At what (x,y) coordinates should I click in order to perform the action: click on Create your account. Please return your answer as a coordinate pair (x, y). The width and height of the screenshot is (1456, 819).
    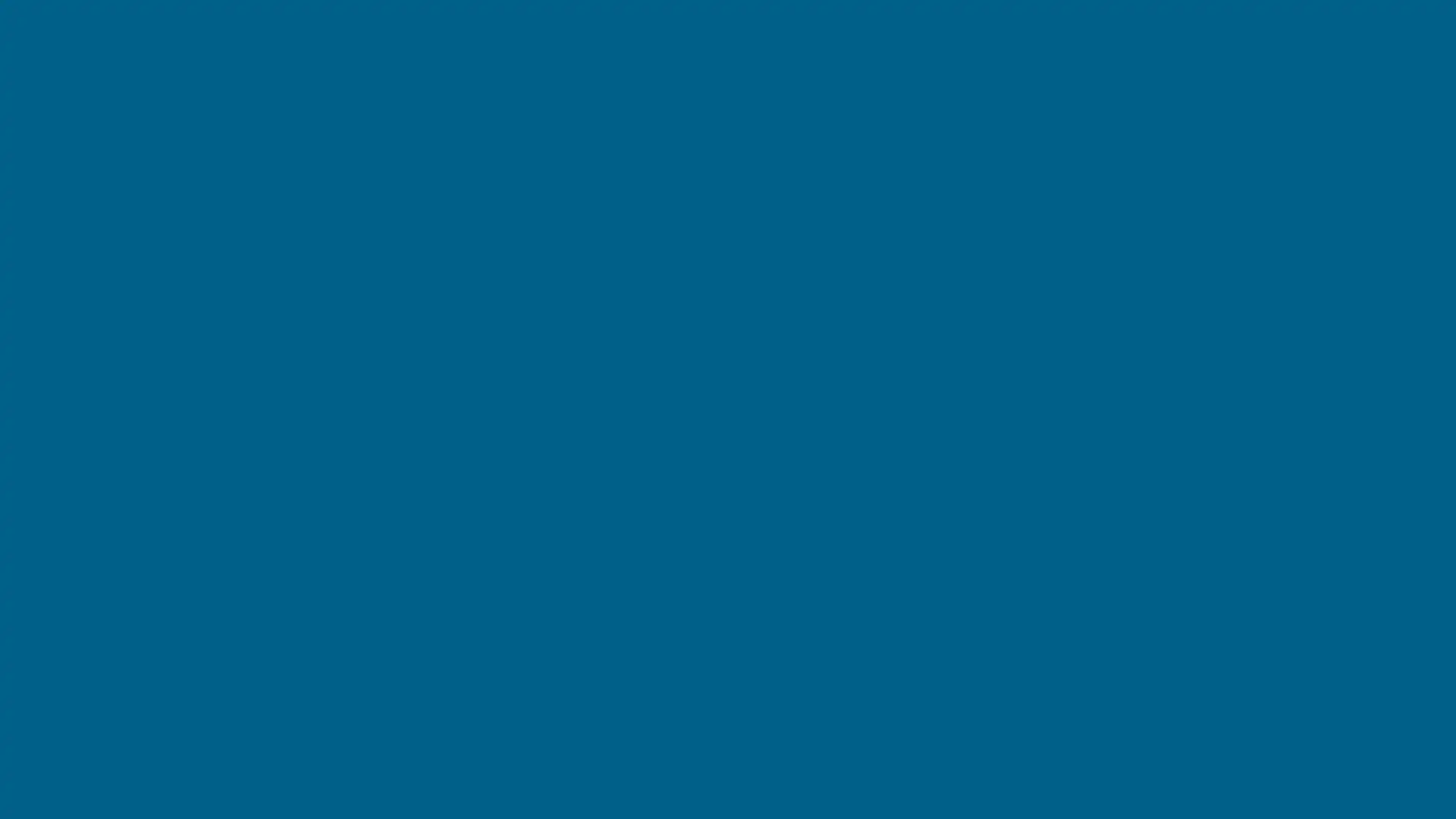
    Looking at the image, I should click on (728, 369).